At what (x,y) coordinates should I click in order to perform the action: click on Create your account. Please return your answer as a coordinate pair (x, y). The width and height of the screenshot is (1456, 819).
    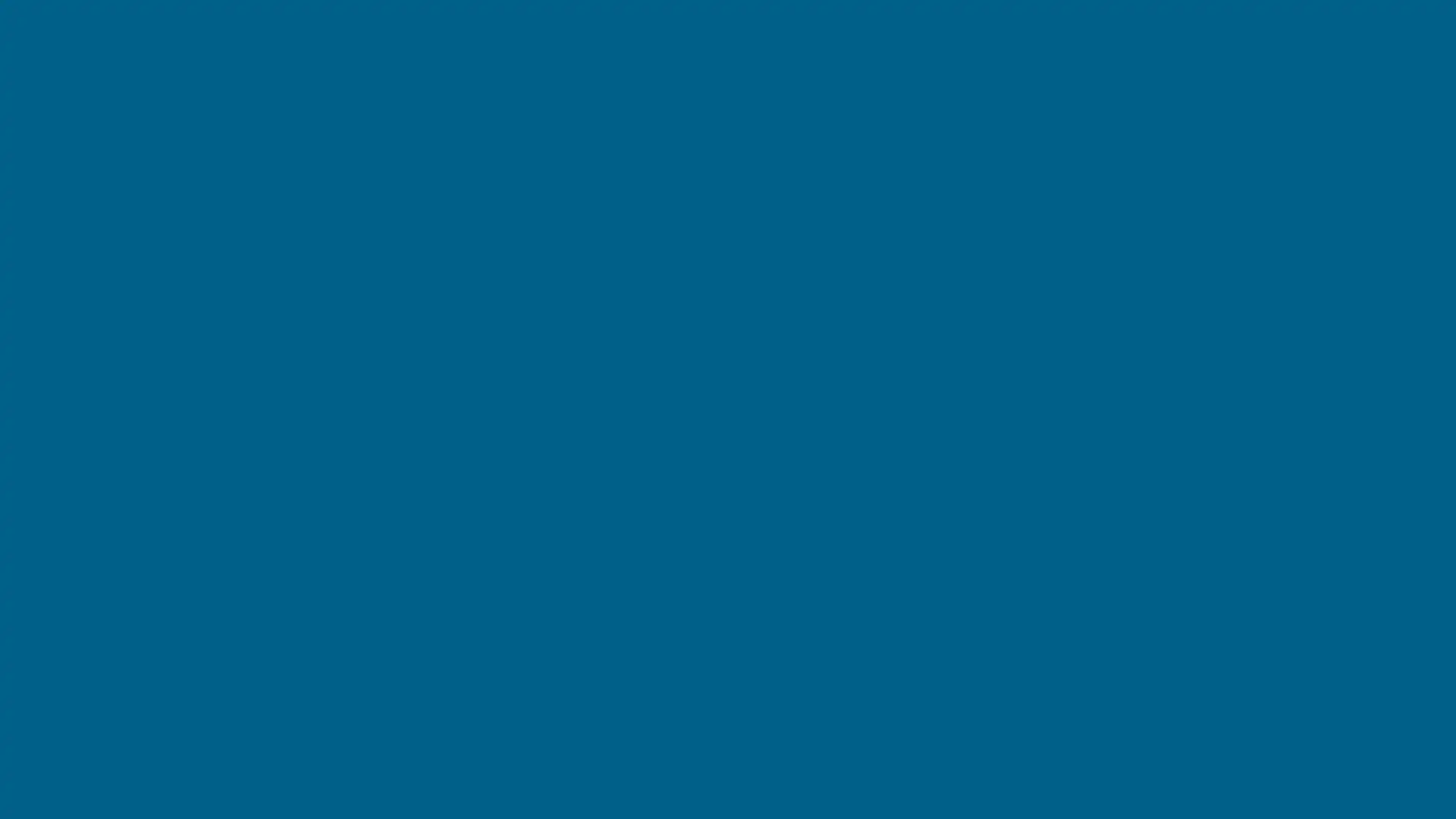
    Looking at the image, I should click on (728, 369).